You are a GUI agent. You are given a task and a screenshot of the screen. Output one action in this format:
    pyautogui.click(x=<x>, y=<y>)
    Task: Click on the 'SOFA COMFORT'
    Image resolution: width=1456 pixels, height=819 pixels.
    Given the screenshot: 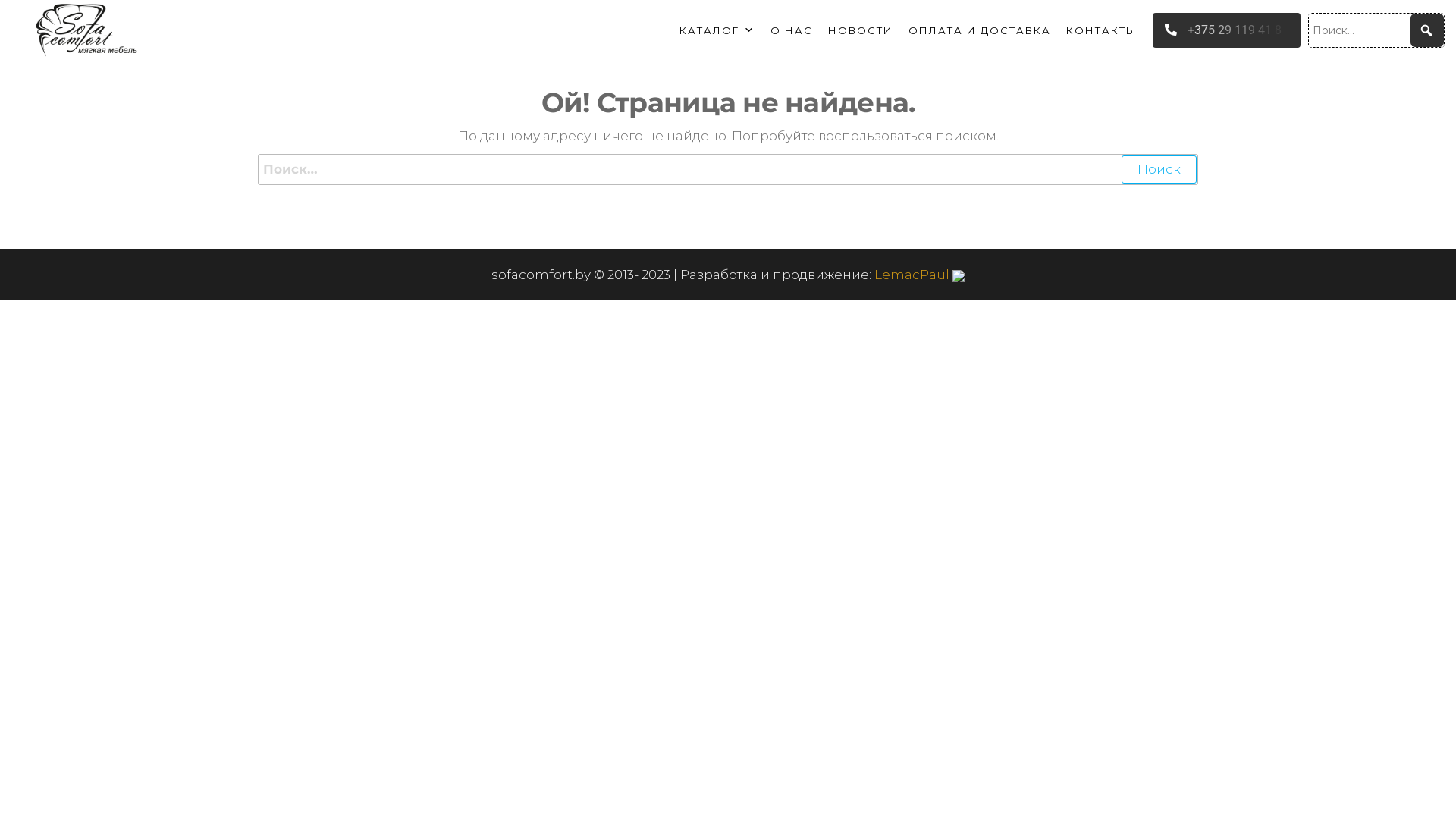 What is the action you would take?
    pyautogui.click(x=227, y=54)
    